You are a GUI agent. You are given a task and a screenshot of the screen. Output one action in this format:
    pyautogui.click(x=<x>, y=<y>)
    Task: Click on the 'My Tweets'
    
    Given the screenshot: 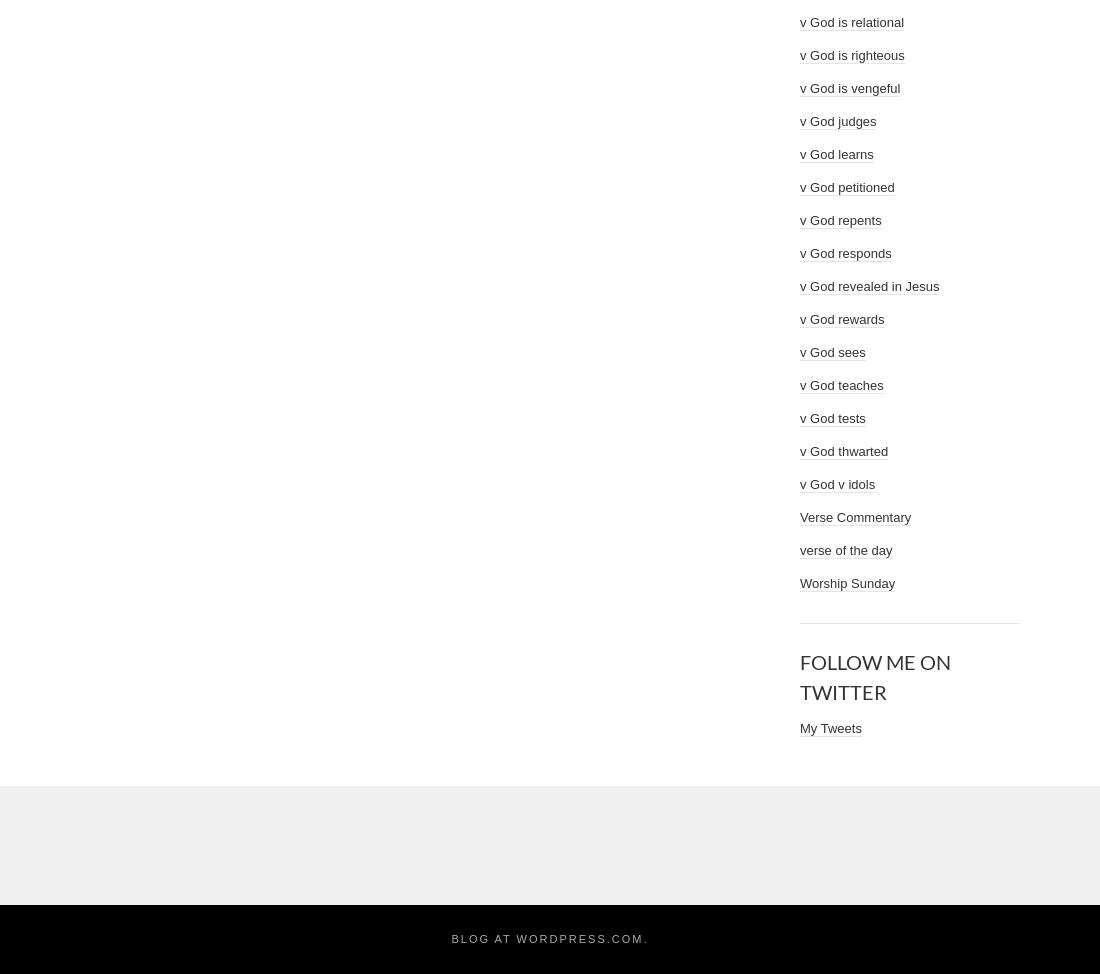 What is the action you would take?
    pyautogui.click(x=800, y=728)
    